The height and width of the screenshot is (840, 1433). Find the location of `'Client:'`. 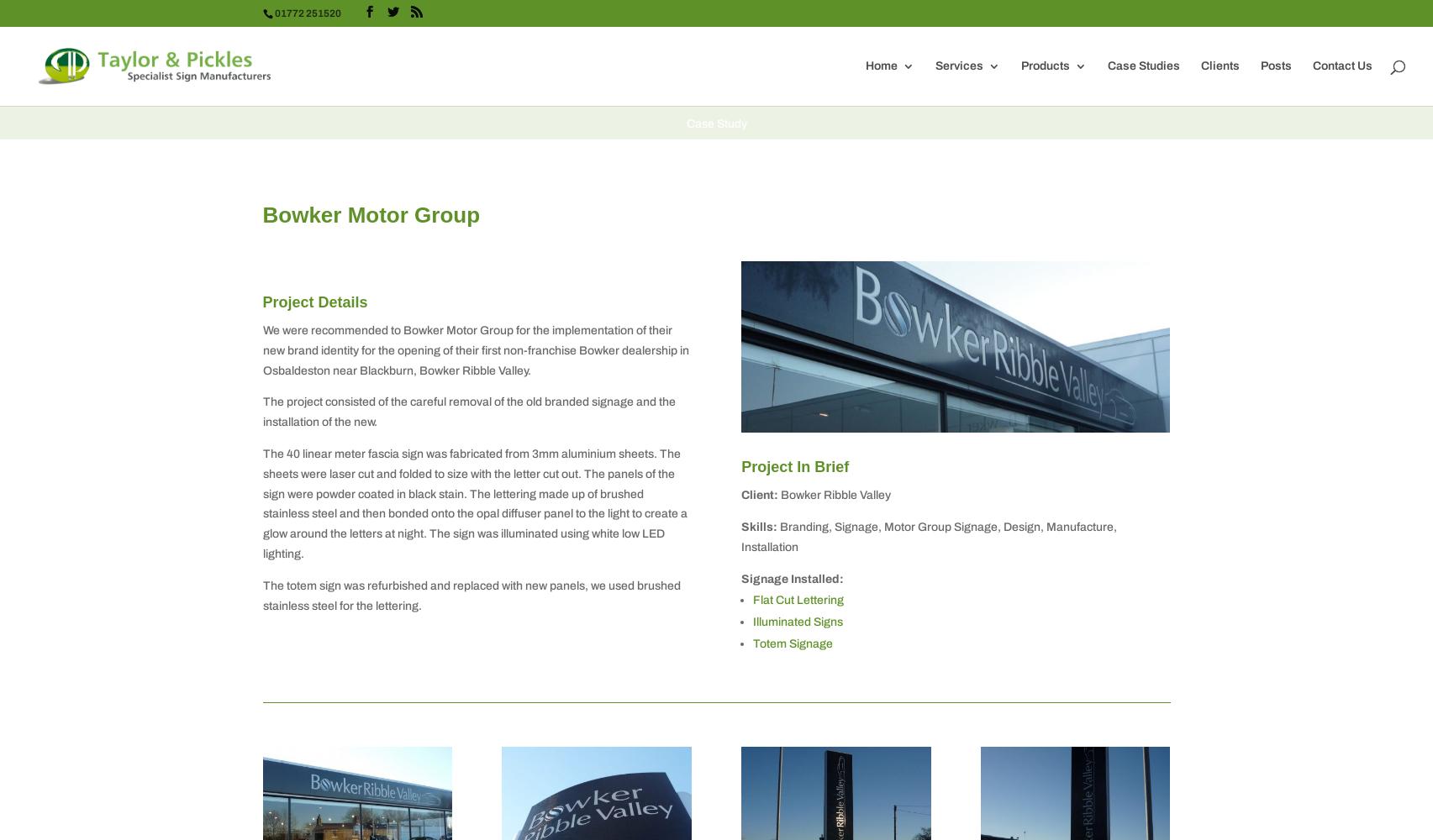

'Client:' is located at coordinates (740, 494).